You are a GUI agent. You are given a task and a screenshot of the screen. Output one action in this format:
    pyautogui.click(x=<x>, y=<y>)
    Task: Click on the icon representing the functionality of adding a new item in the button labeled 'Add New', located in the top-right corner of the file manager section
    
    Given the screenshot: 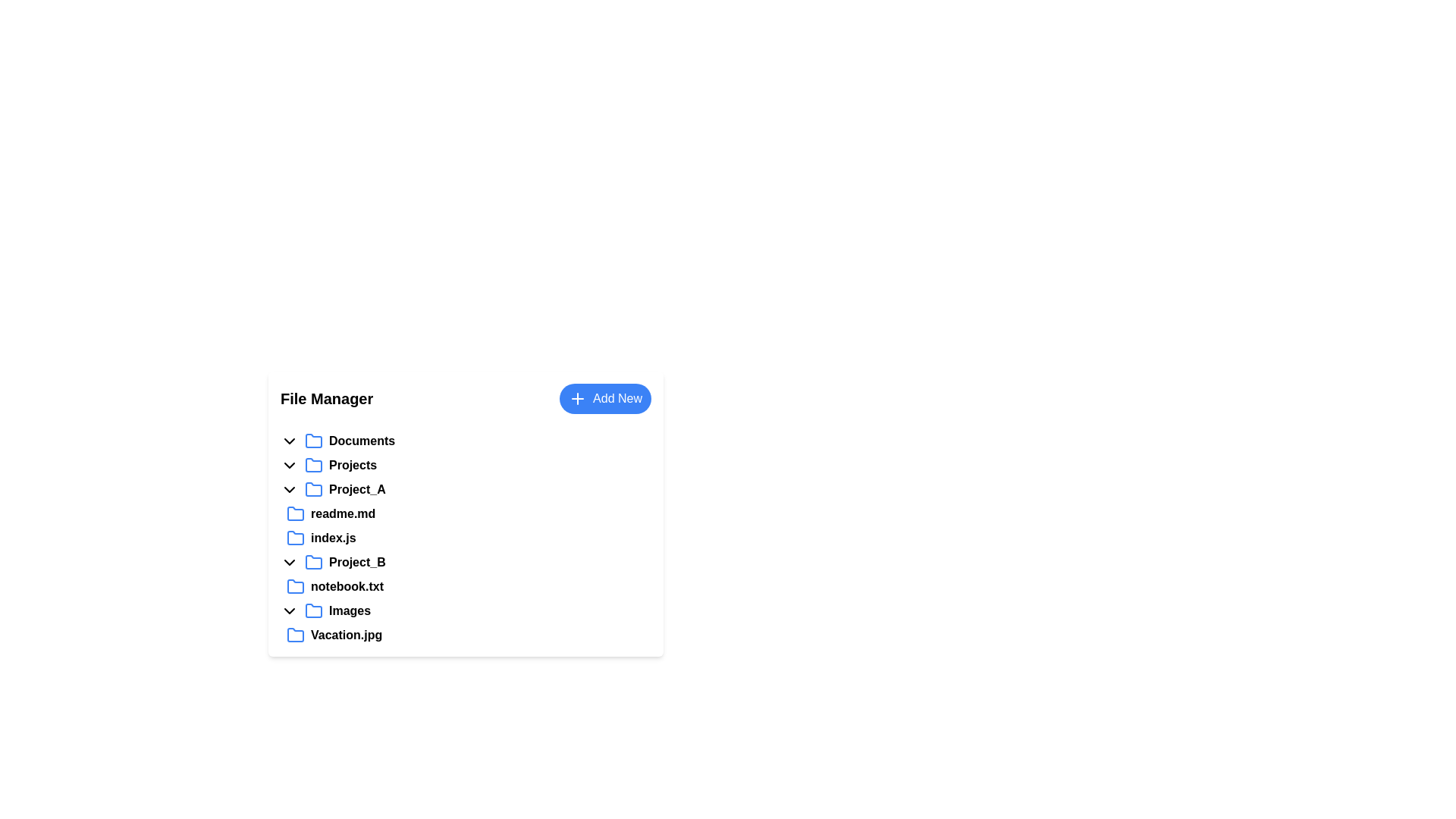 What is the action you would take?
    pyautogui.click(x=577, y=397)
    